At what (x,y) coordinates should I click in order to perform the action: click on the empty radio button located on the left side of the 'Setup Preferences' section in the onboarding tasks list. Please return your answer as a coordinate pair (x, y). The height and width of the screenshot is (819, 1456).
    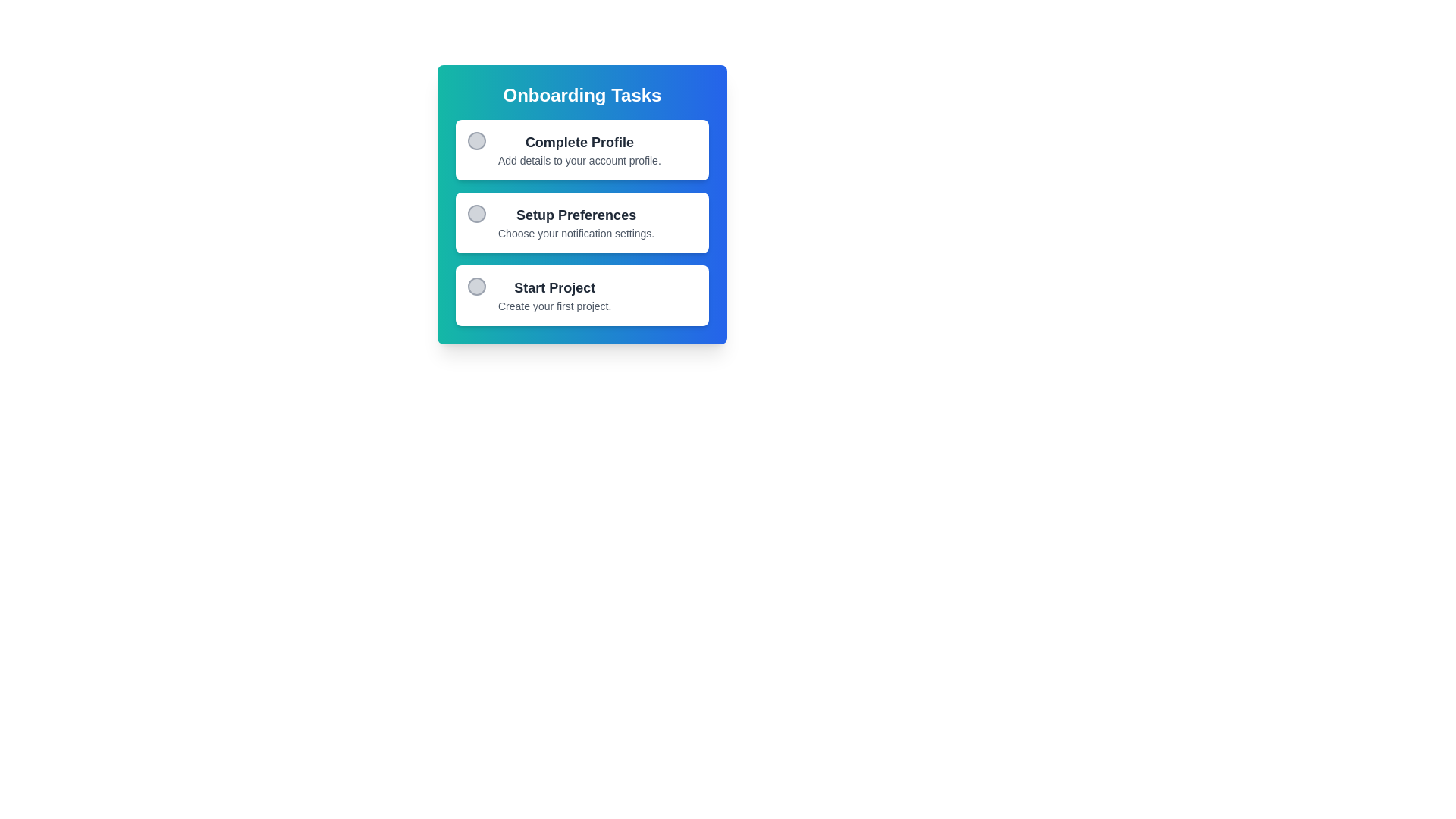
    Looking at the image, I should click on (475, 213).